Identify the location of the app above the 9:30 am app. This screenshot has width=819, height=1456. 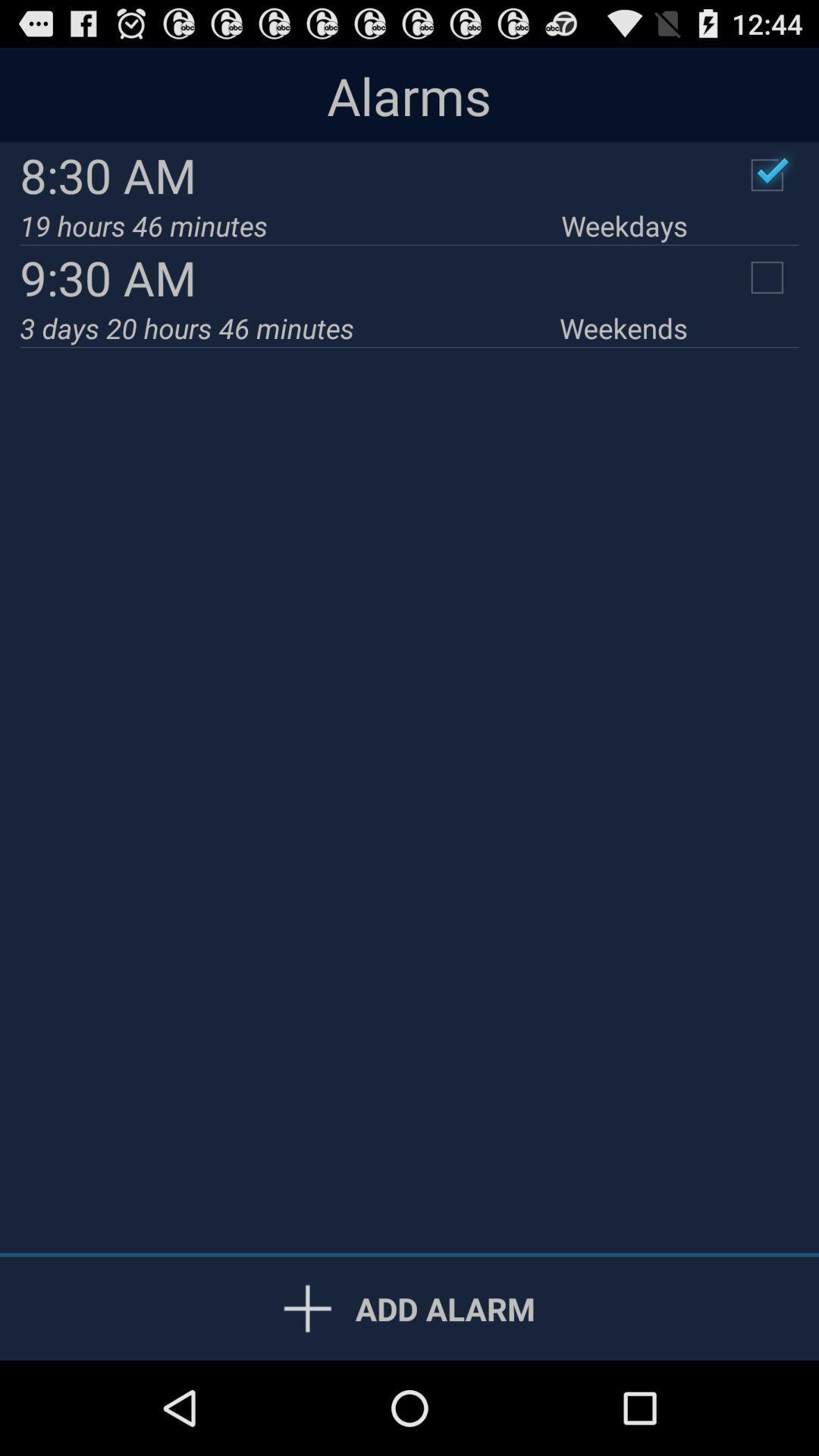
(624, 224).